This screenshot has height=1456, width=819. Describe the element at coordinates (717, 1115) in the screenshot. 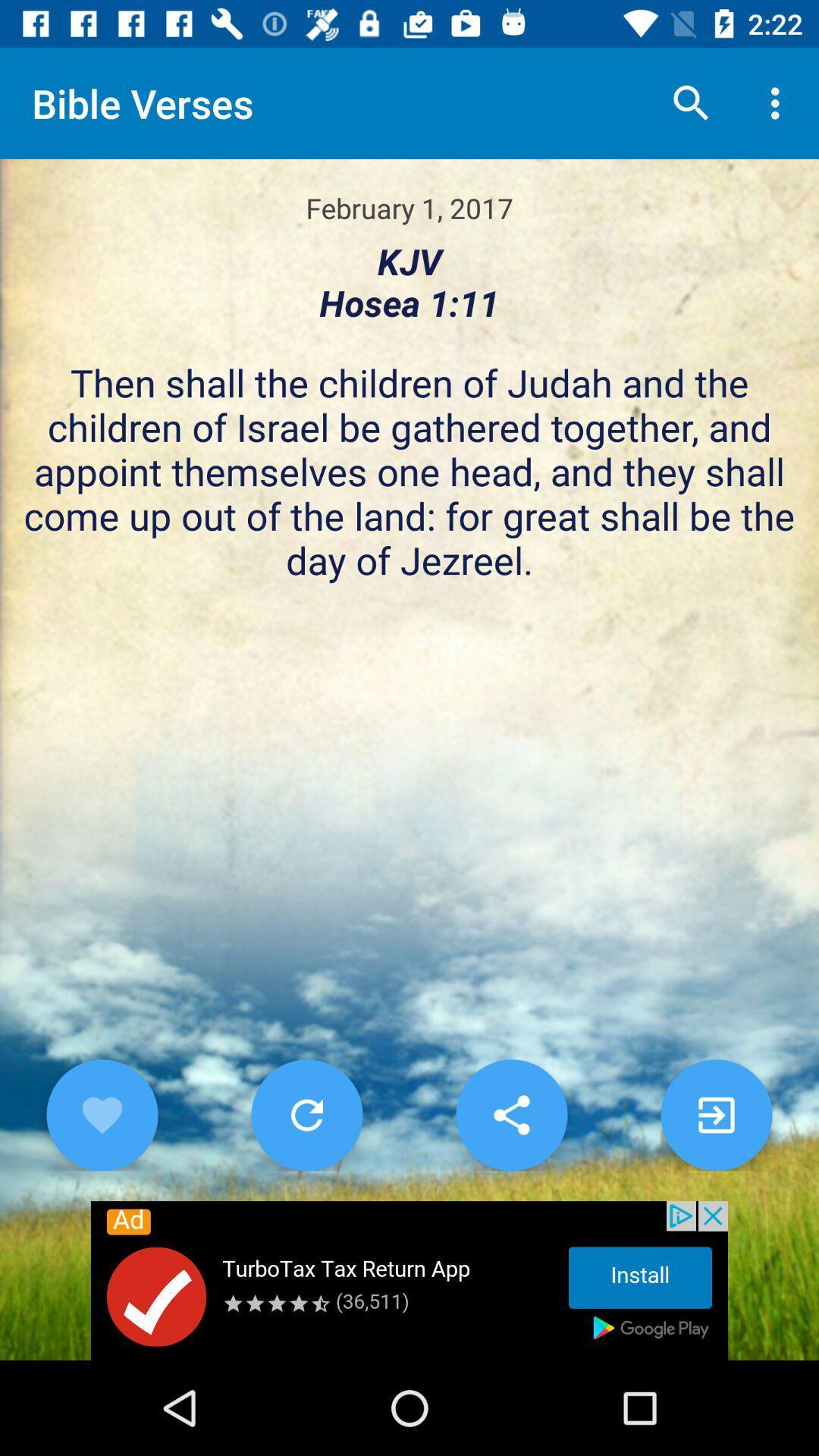

I see `post` at that location.